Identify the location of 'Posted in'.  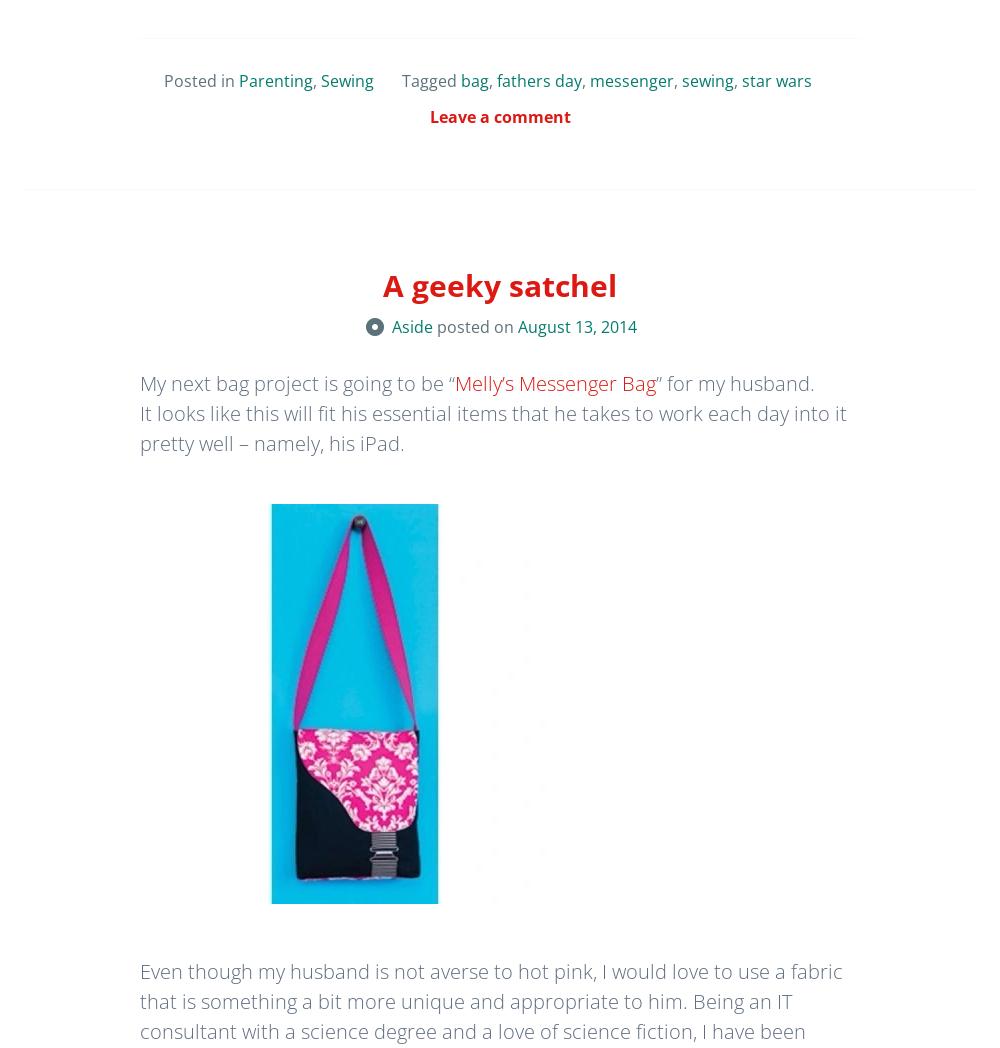
(200, 81).